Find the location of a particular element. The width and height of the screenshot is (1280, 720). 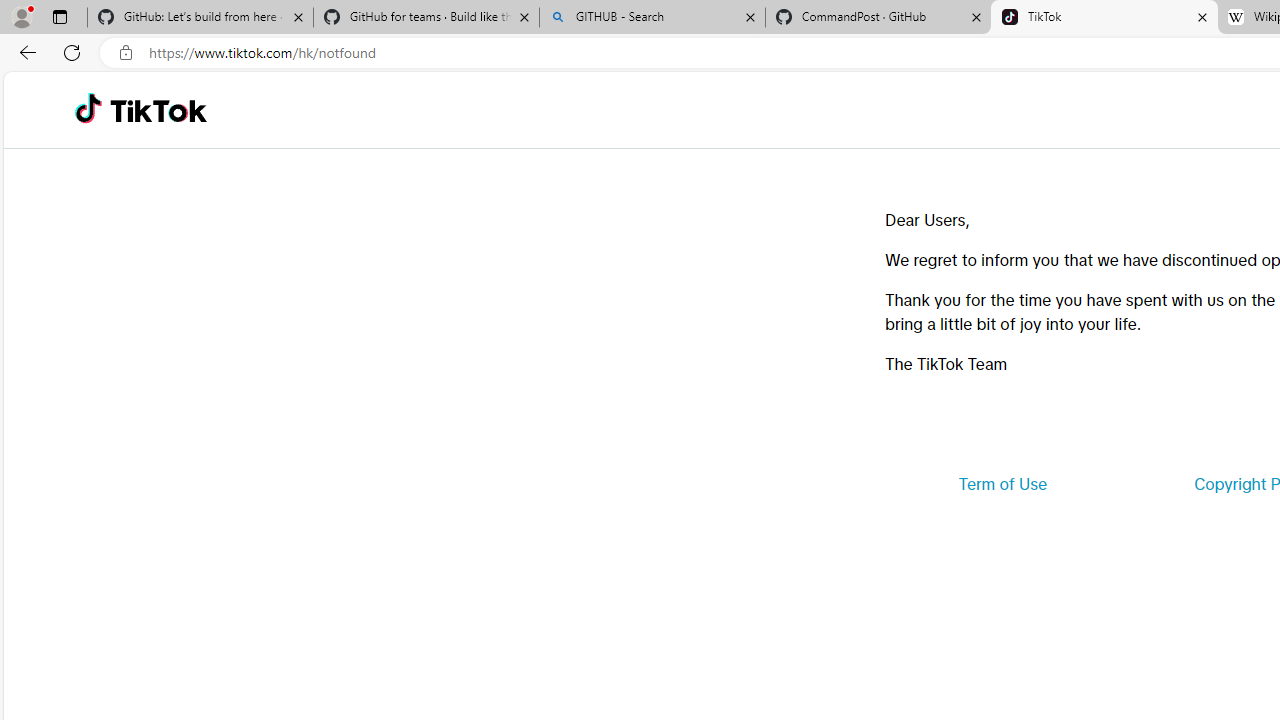

'View site information' is located at coordinates (125, 52).